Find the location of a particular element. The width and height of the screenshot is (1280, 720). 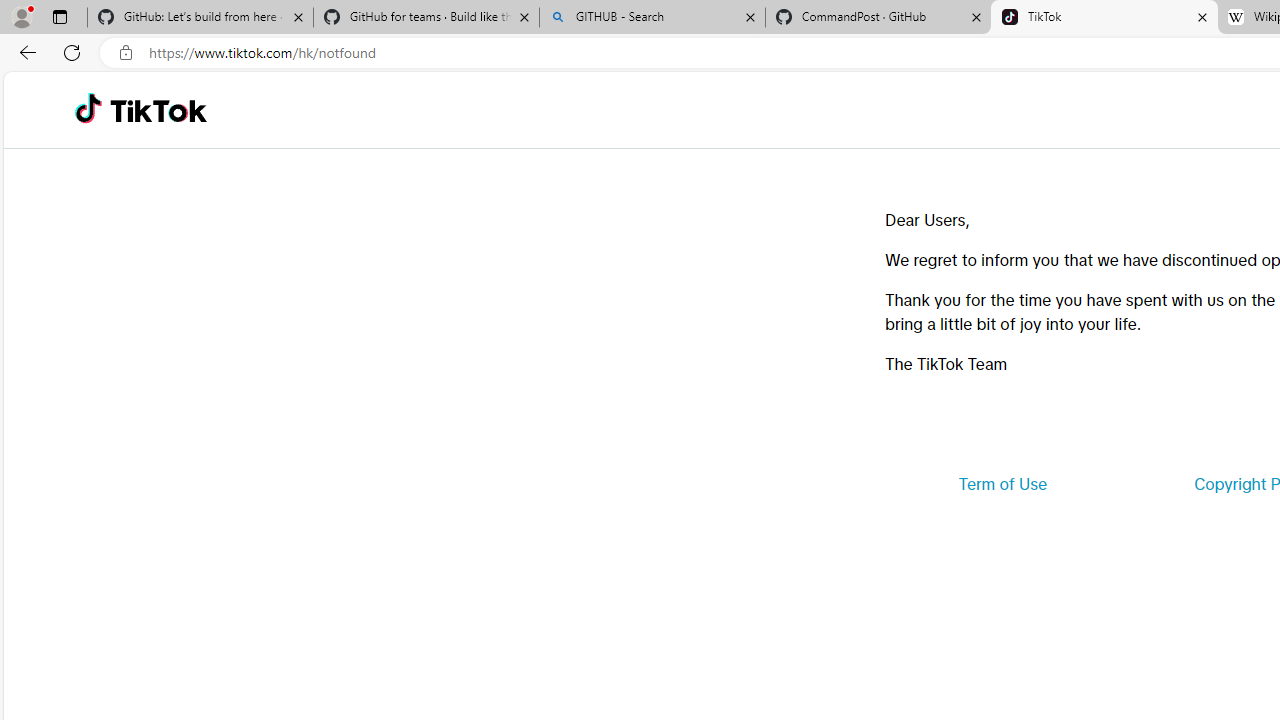

'View site information' is located at coordinates (125, 52).